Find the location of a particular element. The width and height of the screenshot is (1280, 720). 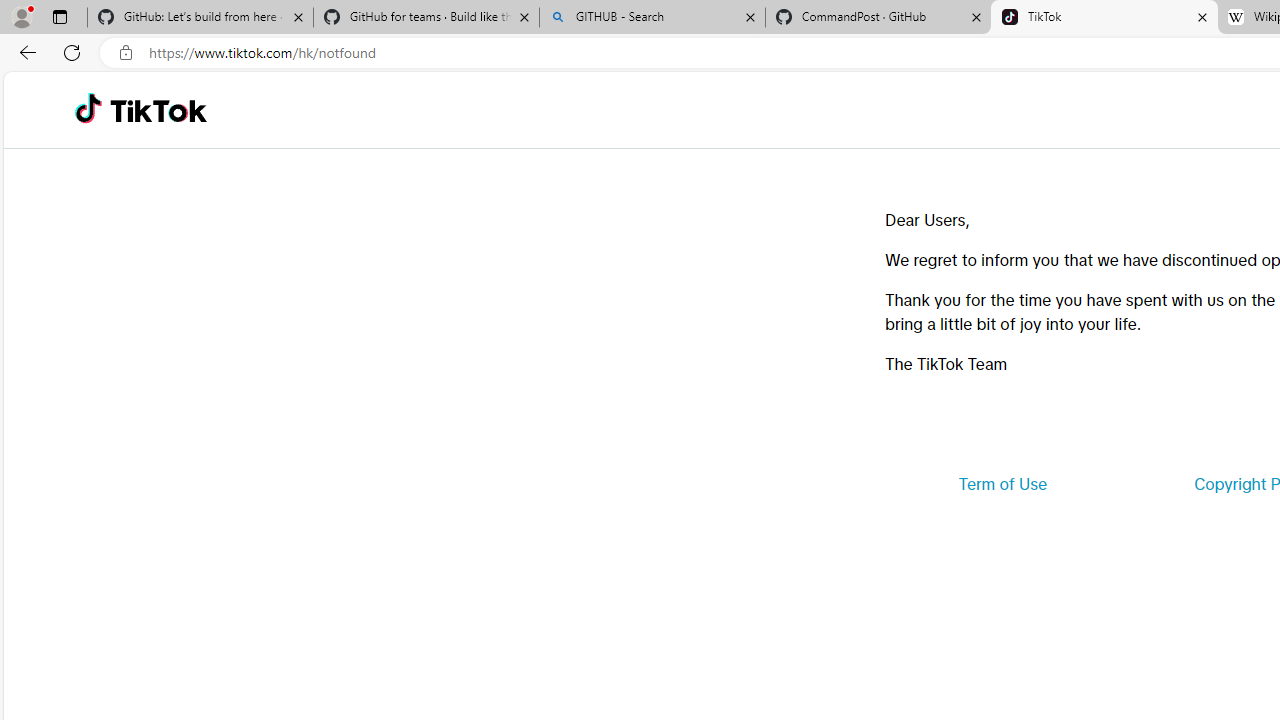

'View site information' is located at coordinates (125, 52).